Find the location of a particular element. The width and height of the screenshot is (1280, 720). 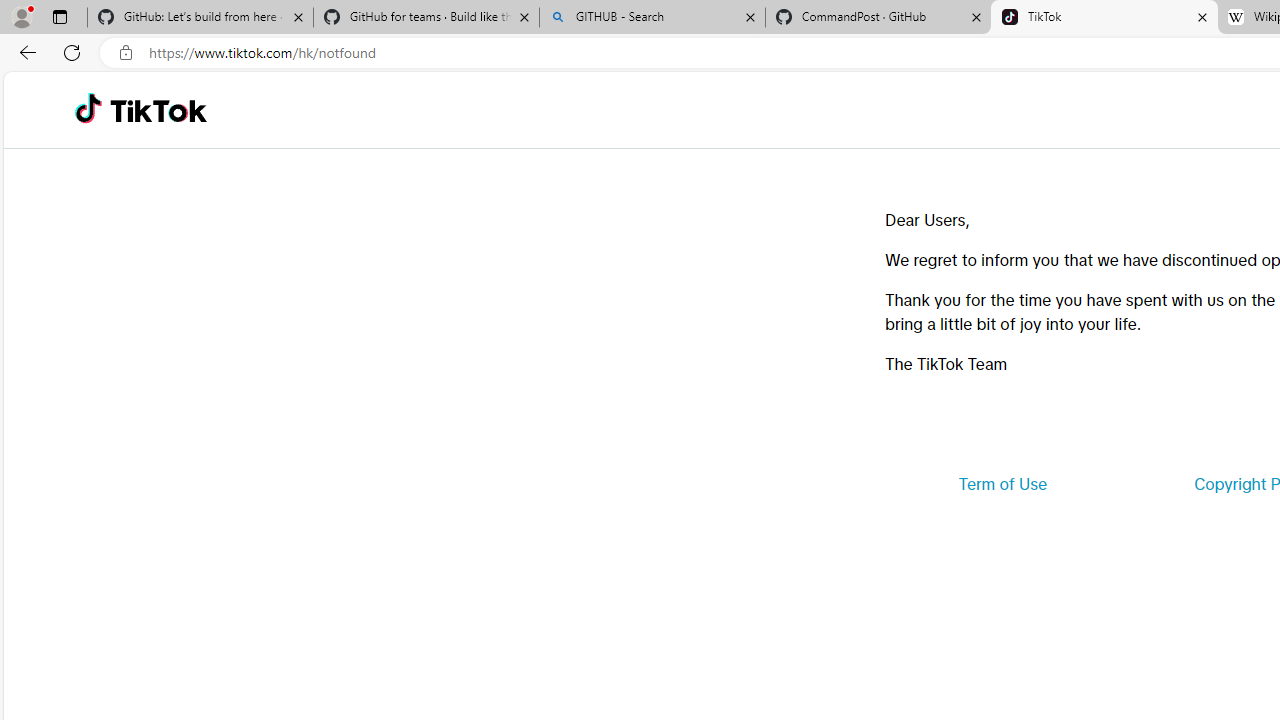

'View site information' is located at coordinates (125, 52).